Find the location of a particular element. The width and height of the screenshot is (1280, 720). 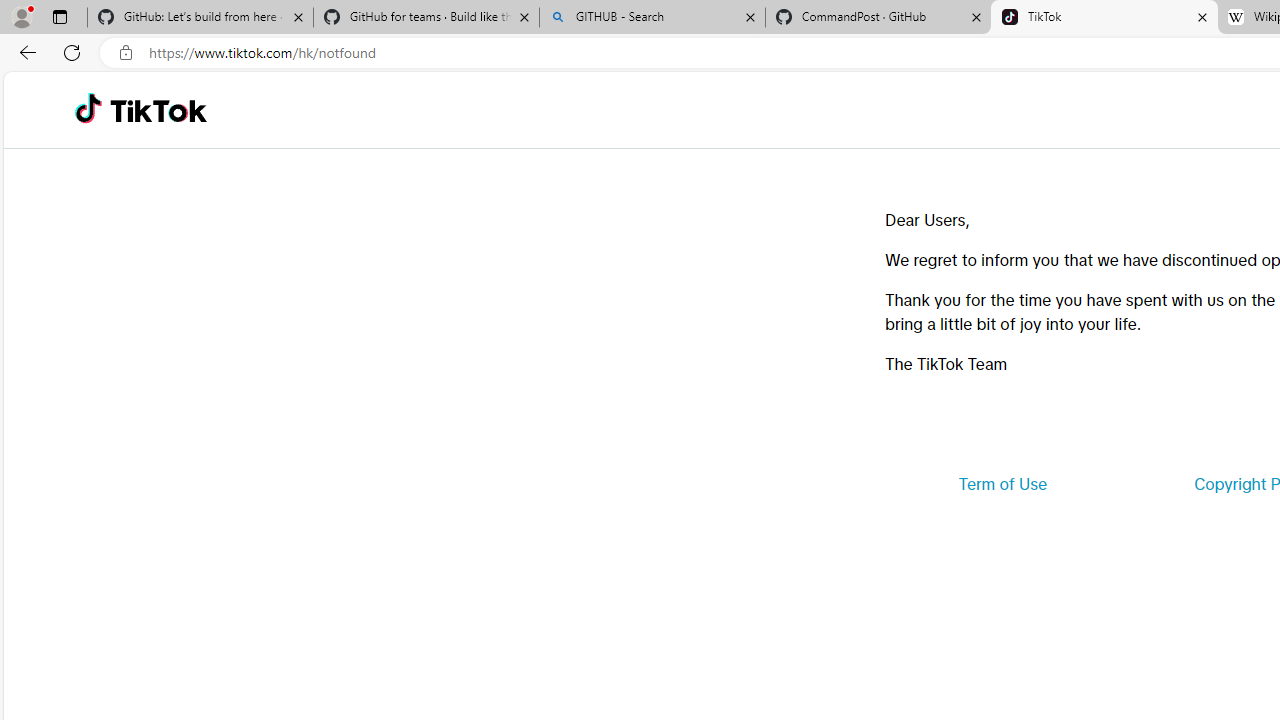

'View site information' is located at coordinates (125, 52).